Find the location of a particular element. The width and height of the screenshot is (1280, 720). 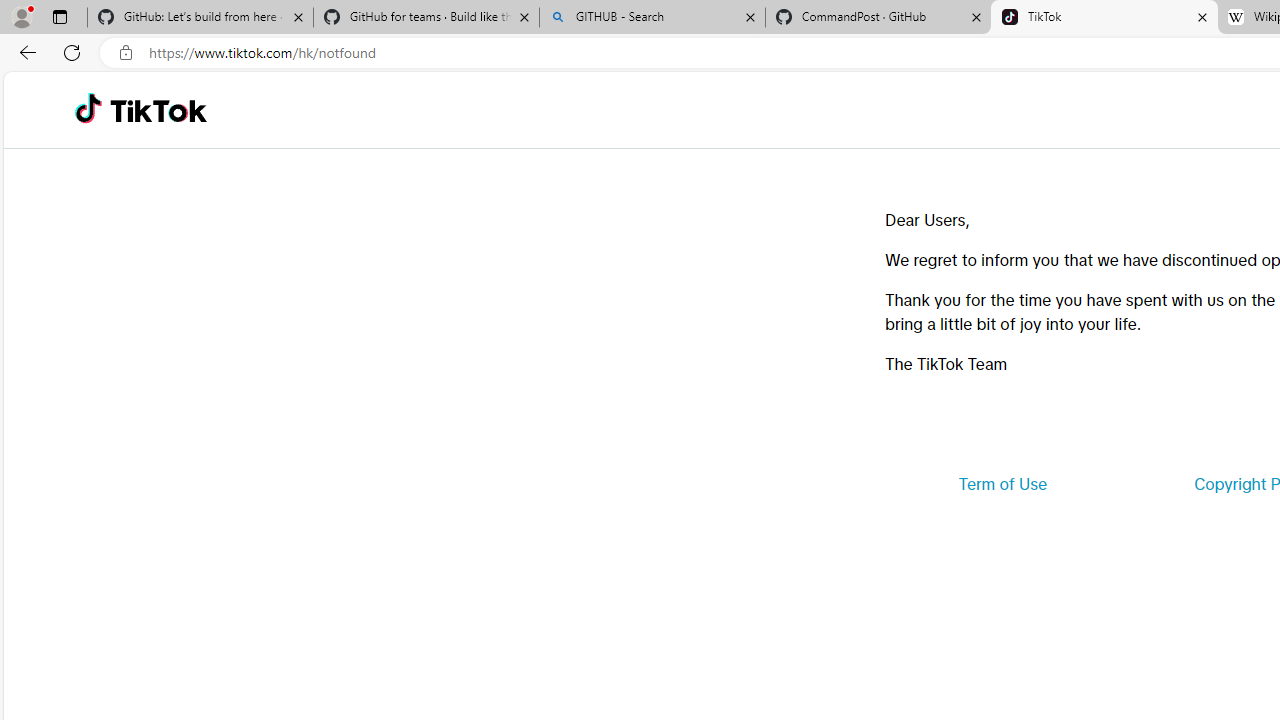

'View site information' is located at coordinates (125, 52).